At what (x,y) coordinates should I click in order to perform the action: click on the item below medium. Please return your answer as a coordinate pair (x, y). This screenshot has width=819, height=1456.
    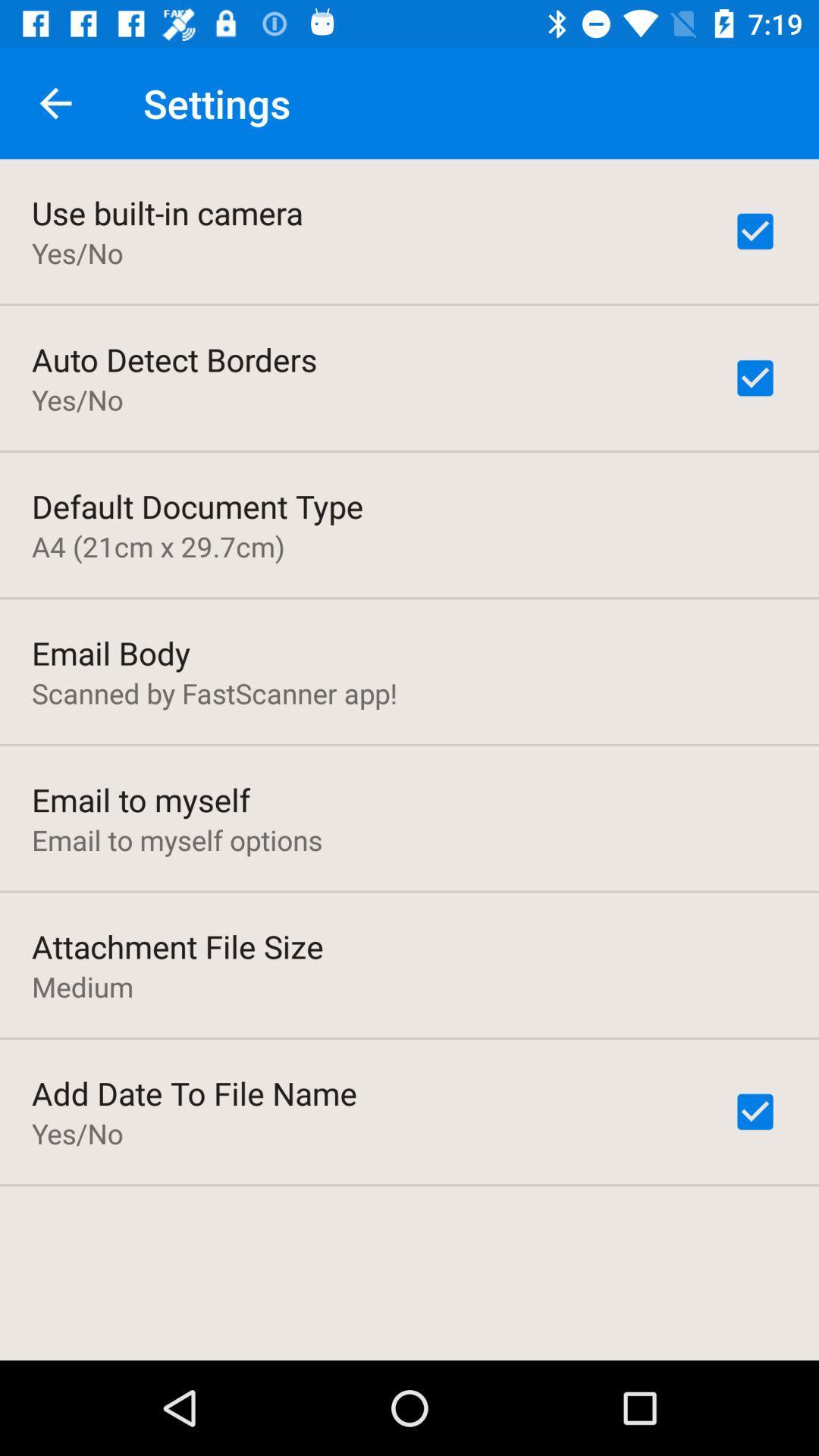
    Looking at the image, I should click on (193, 1093).